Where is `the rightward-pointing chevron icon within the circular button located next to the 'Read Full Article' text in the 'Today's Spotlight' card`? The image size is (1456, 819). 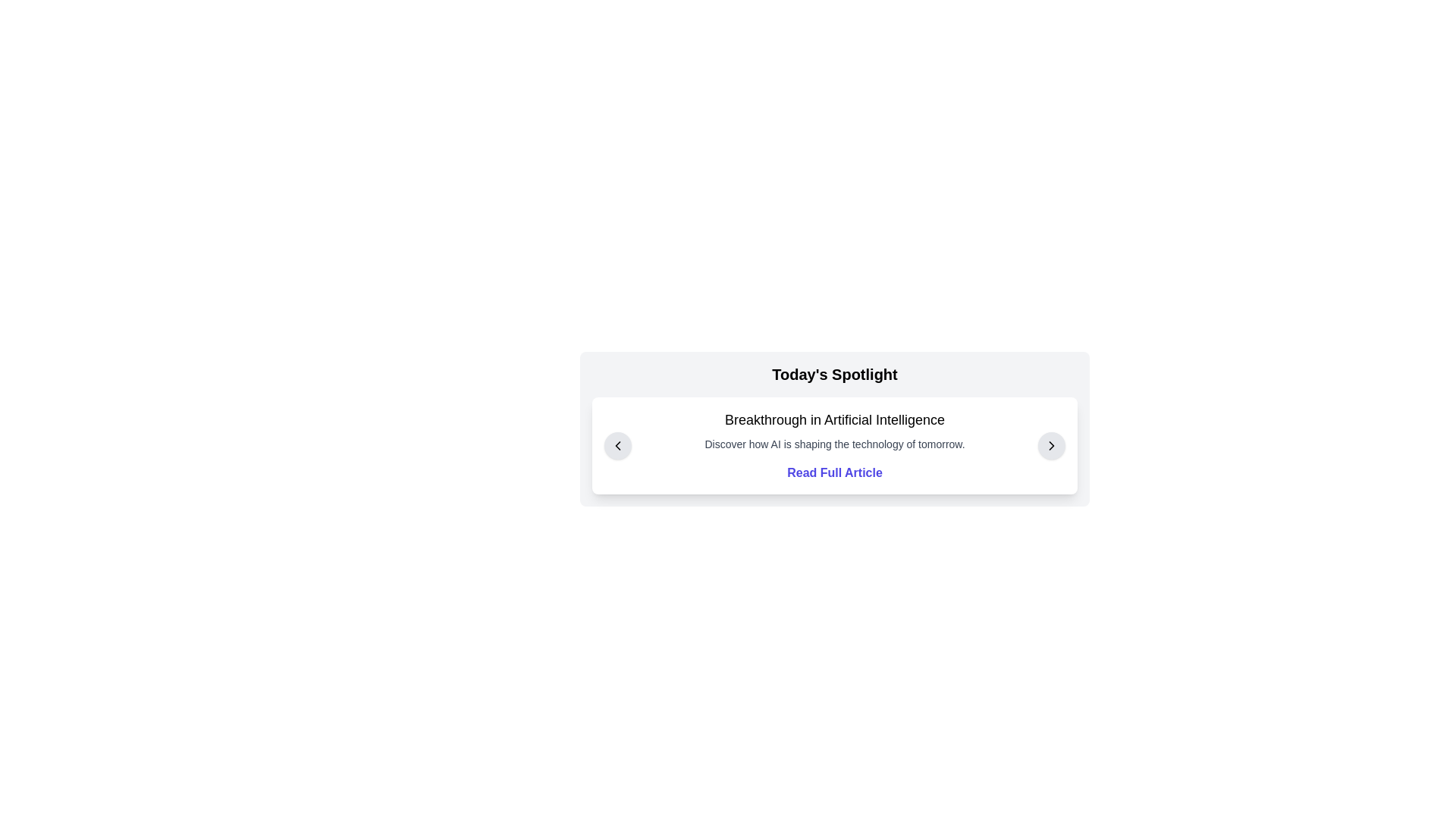 the rightward-pointing chevron icon within the circular button located next to the 'Read Full Article' text in the 'Today's Spotlight' card is located at coordinates (1051, 444).